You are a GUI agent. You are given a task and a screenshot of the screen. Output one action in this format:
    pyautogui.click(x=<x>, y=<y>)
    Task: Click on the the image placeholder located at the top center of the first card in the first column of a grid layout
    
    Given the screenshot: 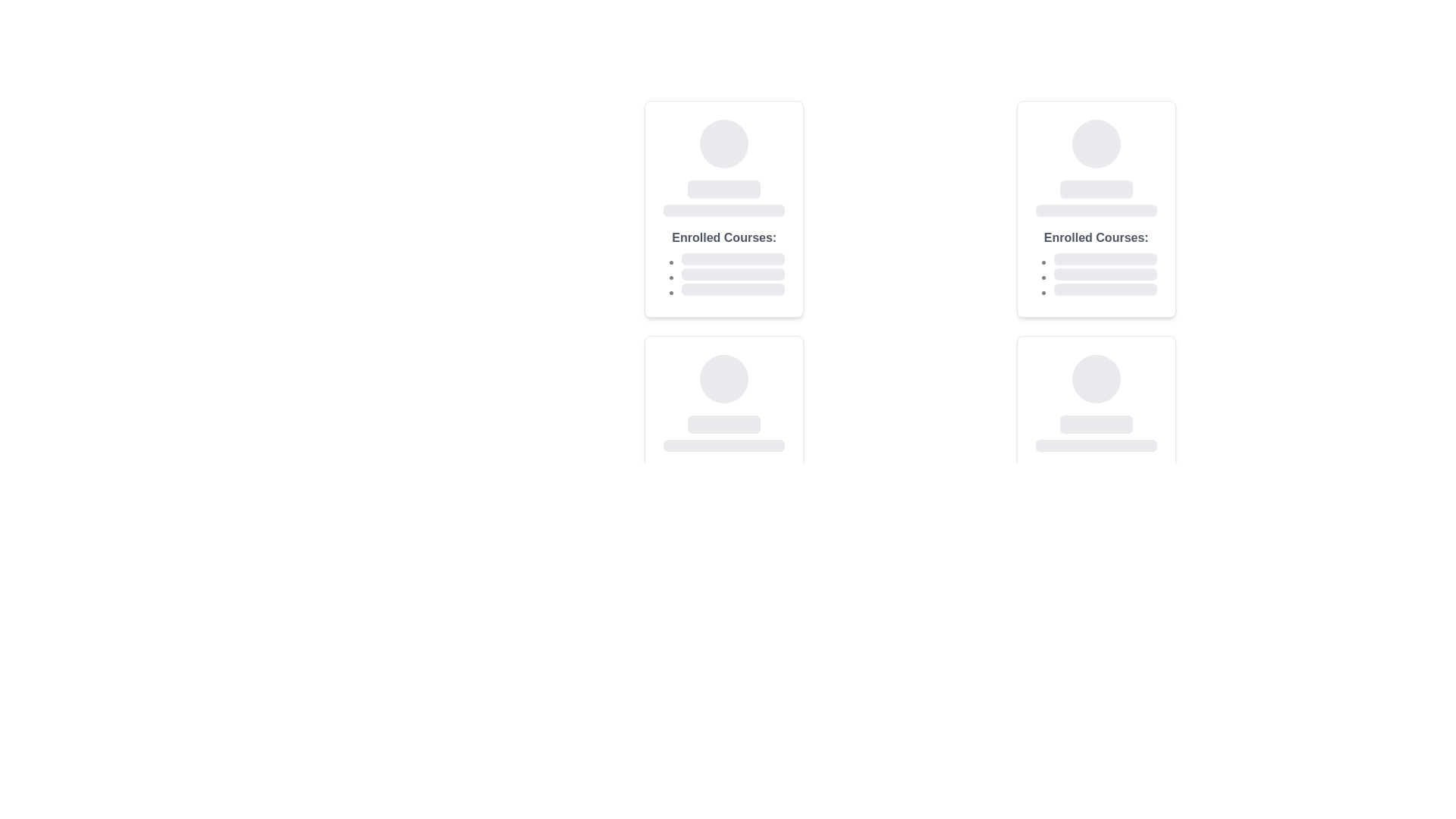 What is the action you would take?
    pyautogui.click(x=723, y=143)
    